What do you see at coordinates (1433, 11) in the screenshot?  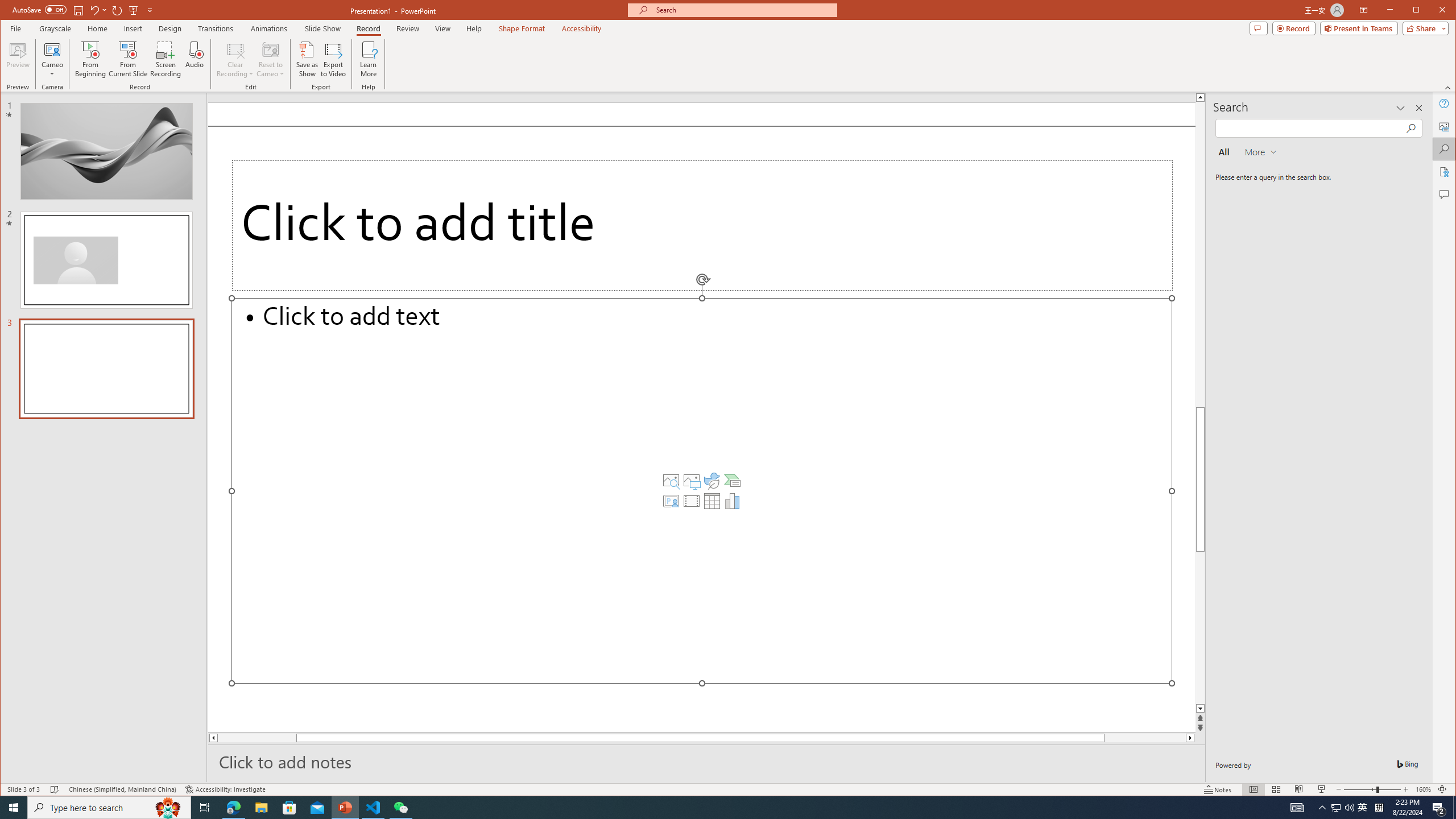 I see `'Maximize'` at bounding box center [1433, 11].